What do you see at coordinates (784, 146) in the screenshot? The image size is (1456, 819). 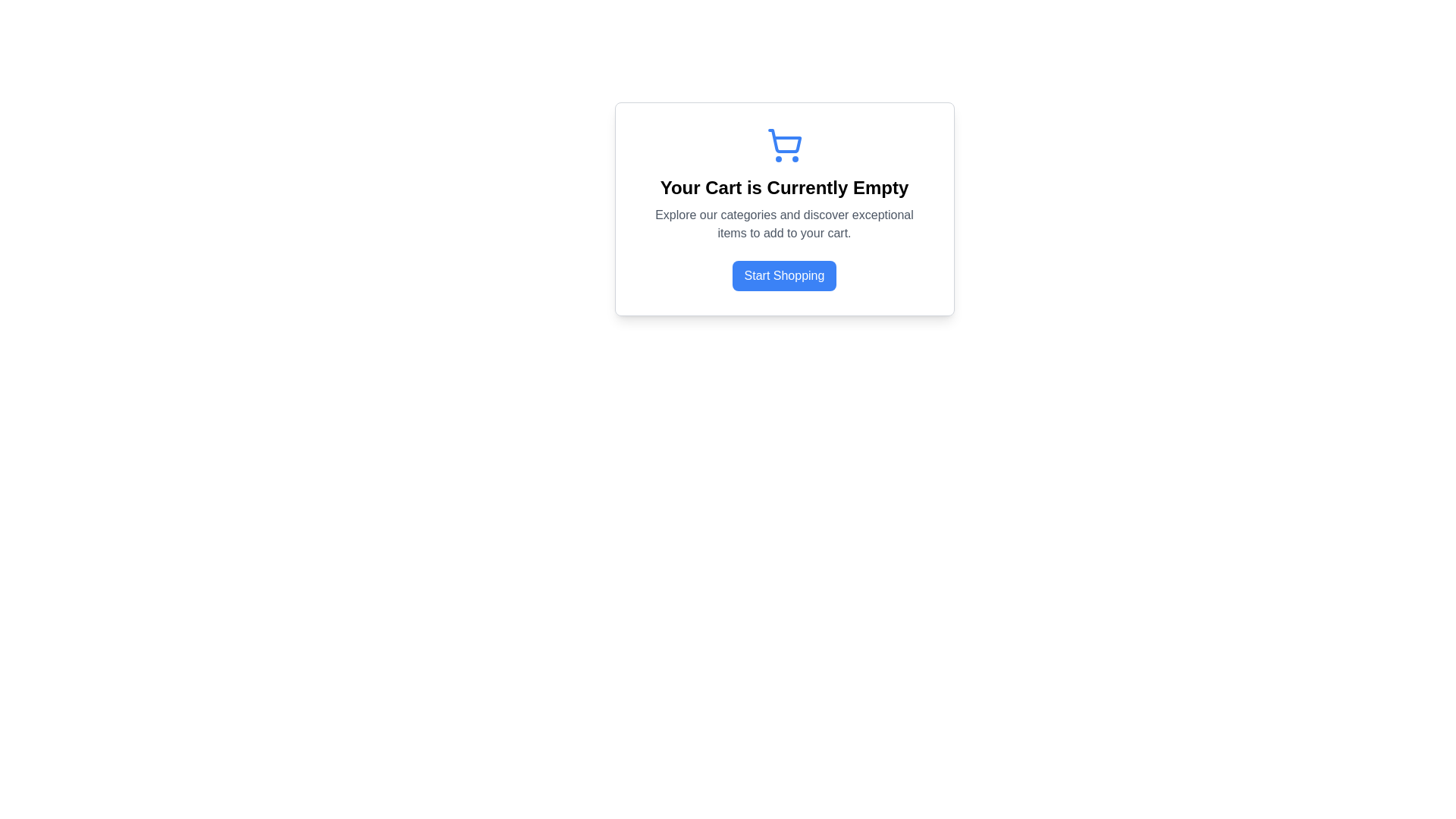 I see `the blue shopping cart icon located at the top of the central card, above the 'Your Cart is Currently Empty' text` at bounding box center [784, 146].